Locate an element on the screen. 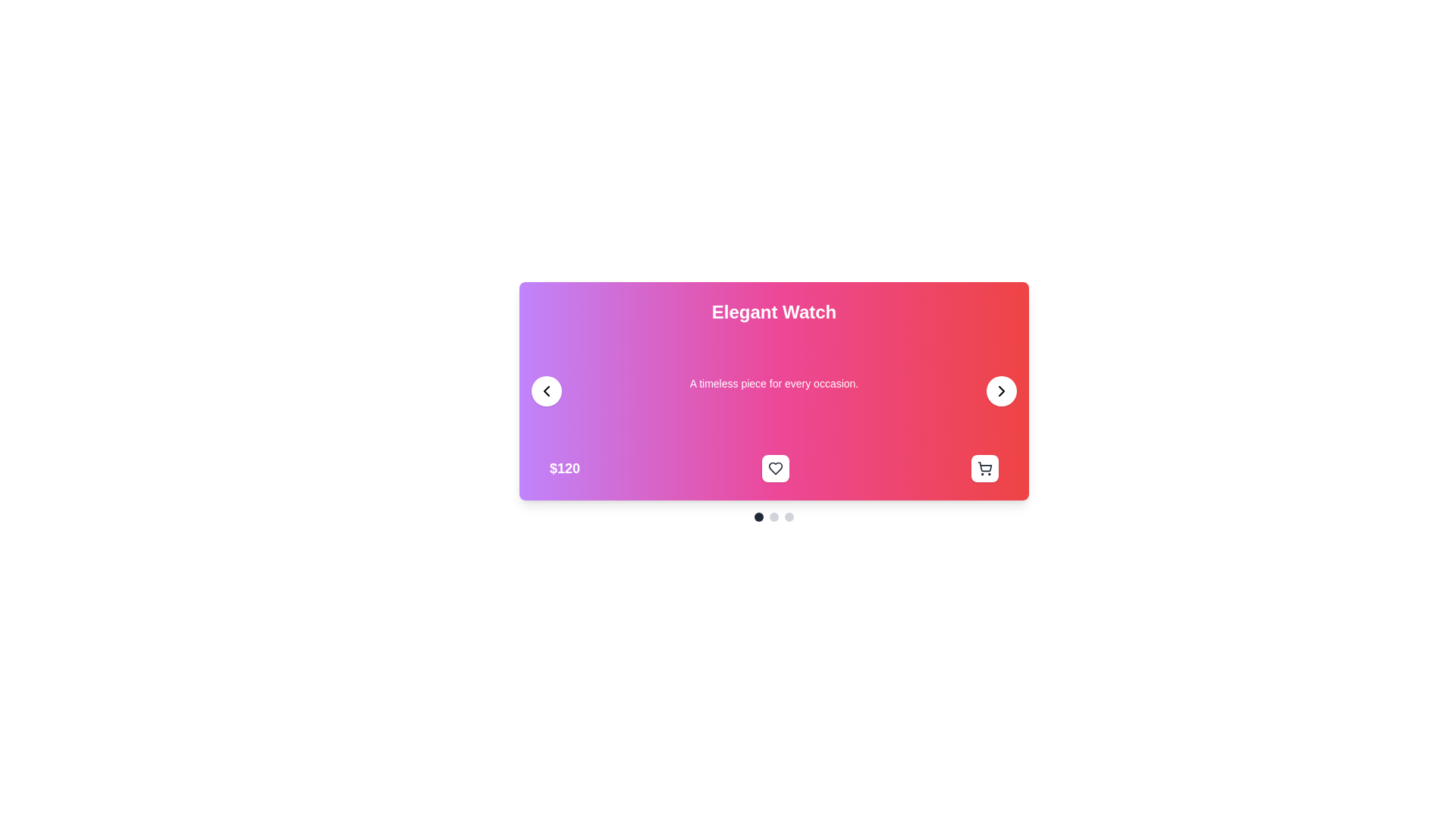 Image resolution: width=1456 pixels, height=819 pixels. the circular button with a white background and a right-facing chevron icon in black is located at coordinates (1001, 391).